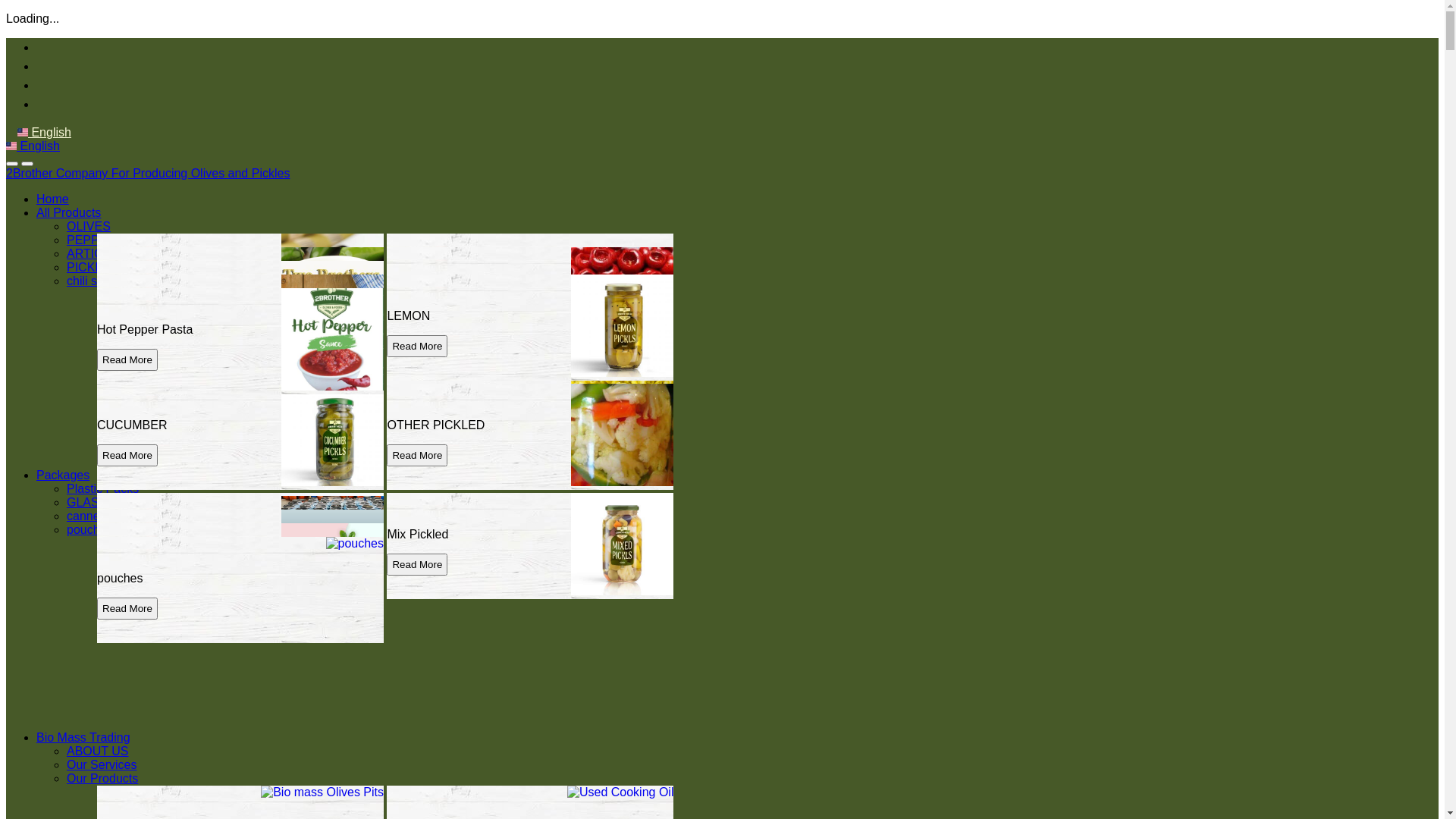  Describe the element at coordinates (127, 346) in the screenshot. I see `'Read More'` at that location.